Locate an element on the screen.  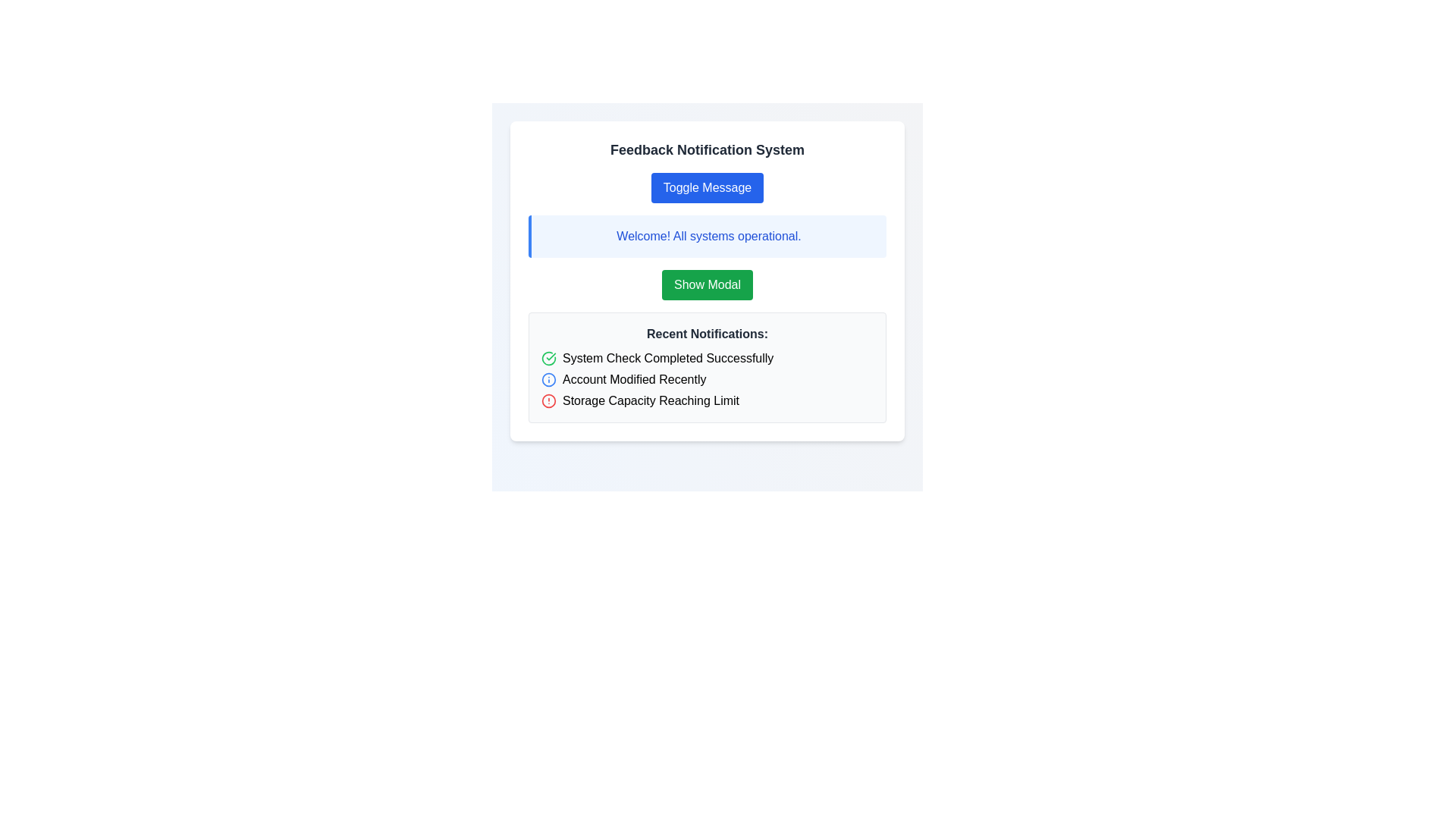
the Text header located at the top of the card structure, which serves as an identifier for the overall content of the card is located at coordinates (706, 149).